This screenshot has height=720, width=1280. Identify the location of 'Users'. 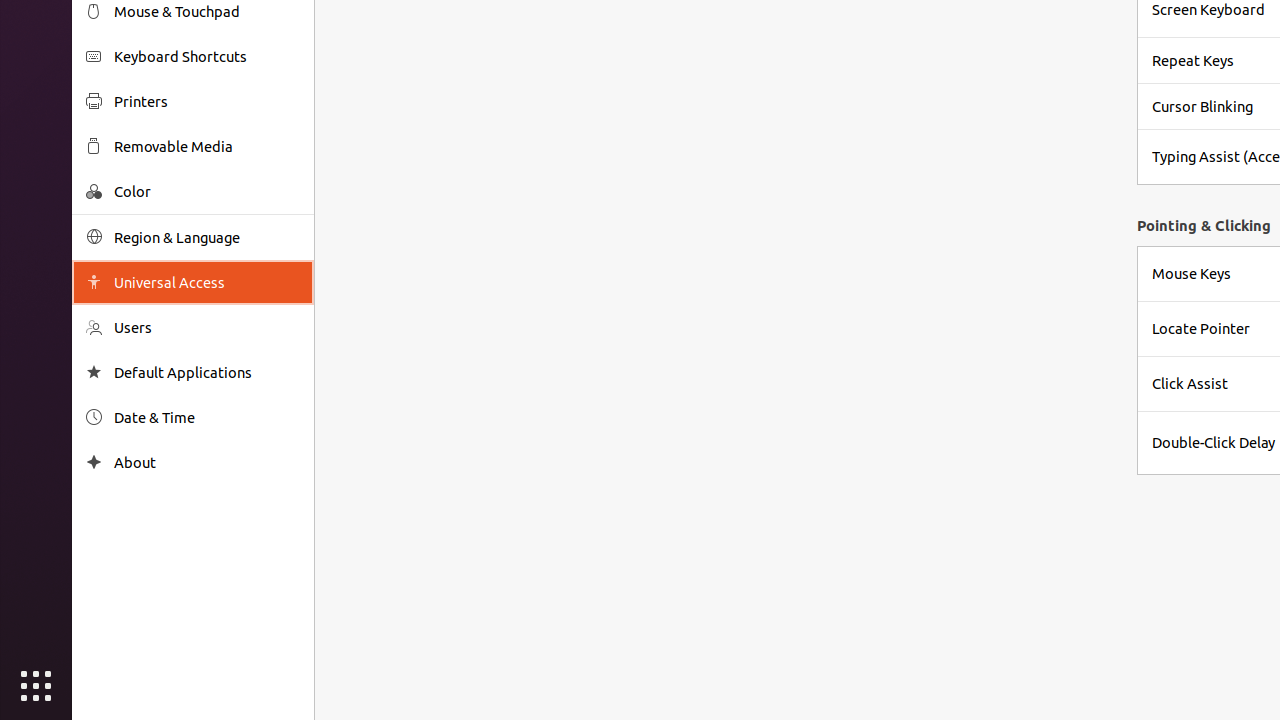
(206, 326).